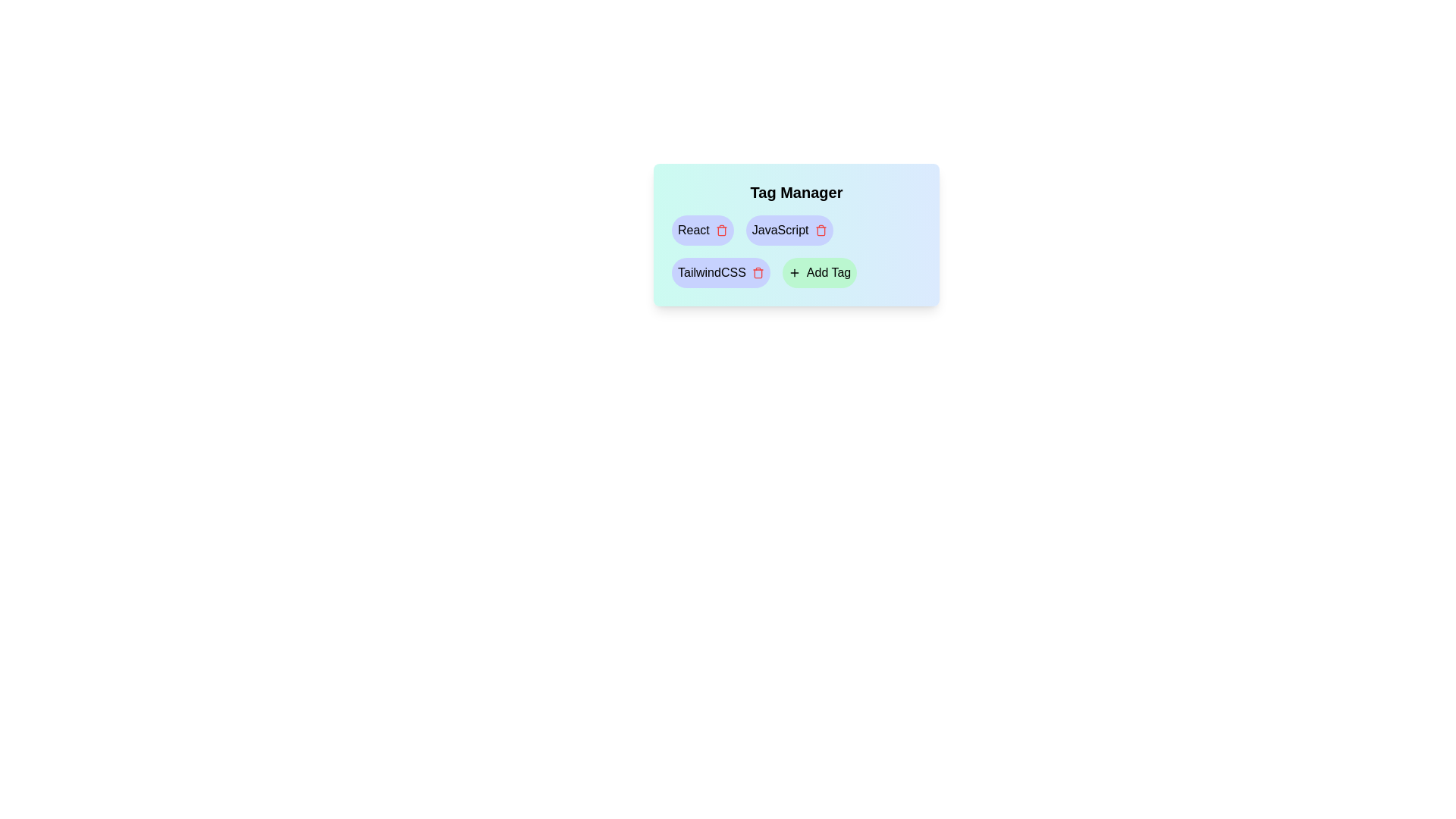 Image resolution: width=1456 pixels, height=819 pixels. Describe the element at coordinates (818, 271) in the screenshot. I see `the 'Add Tag' button to add a new tag` at that location.